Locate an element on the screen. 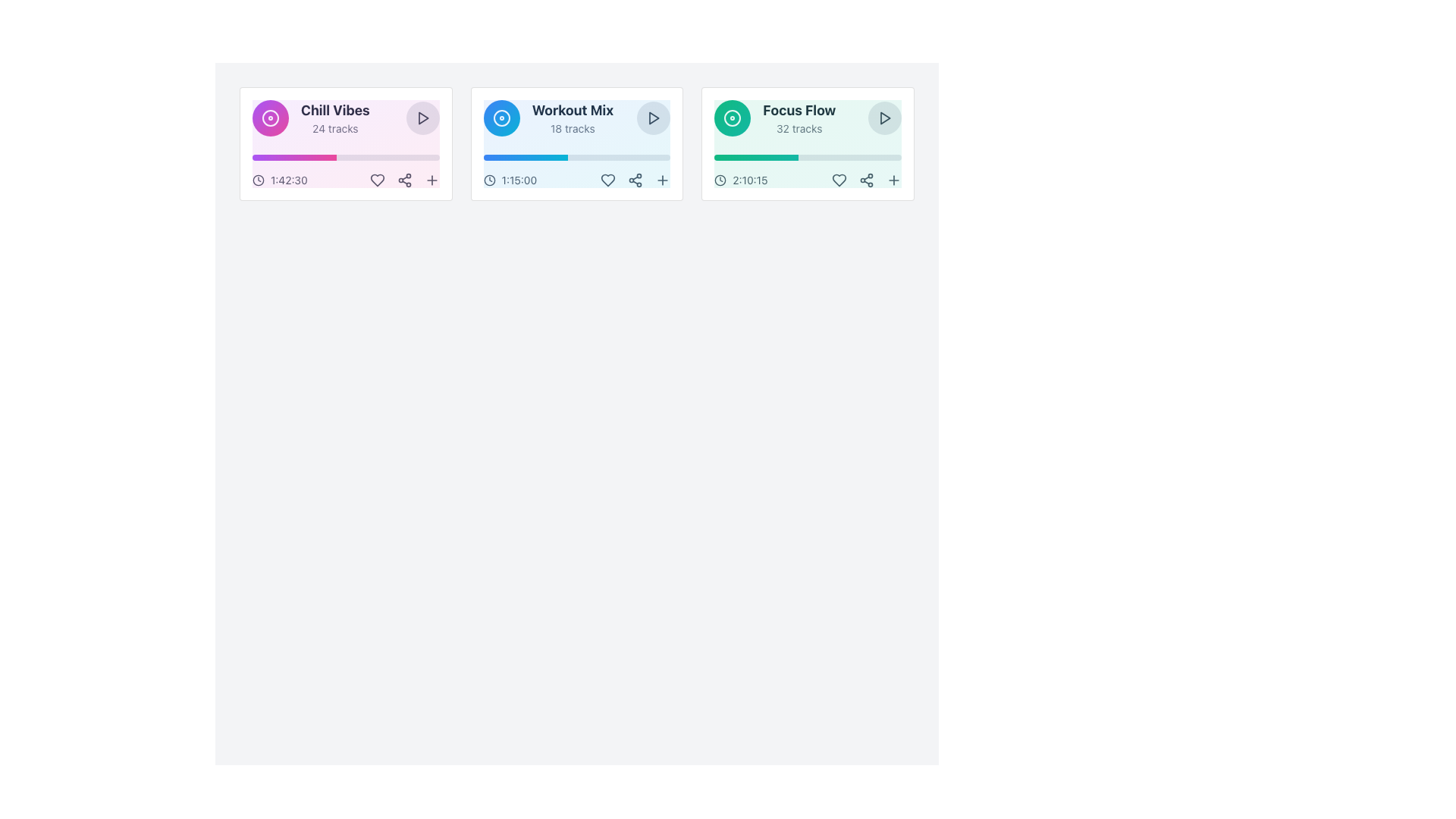 The height and width of the screenshot is (819, 1456). the play button located in the upper-right corner of the 'Workout Mix' card is located at coordinates (654, 117).